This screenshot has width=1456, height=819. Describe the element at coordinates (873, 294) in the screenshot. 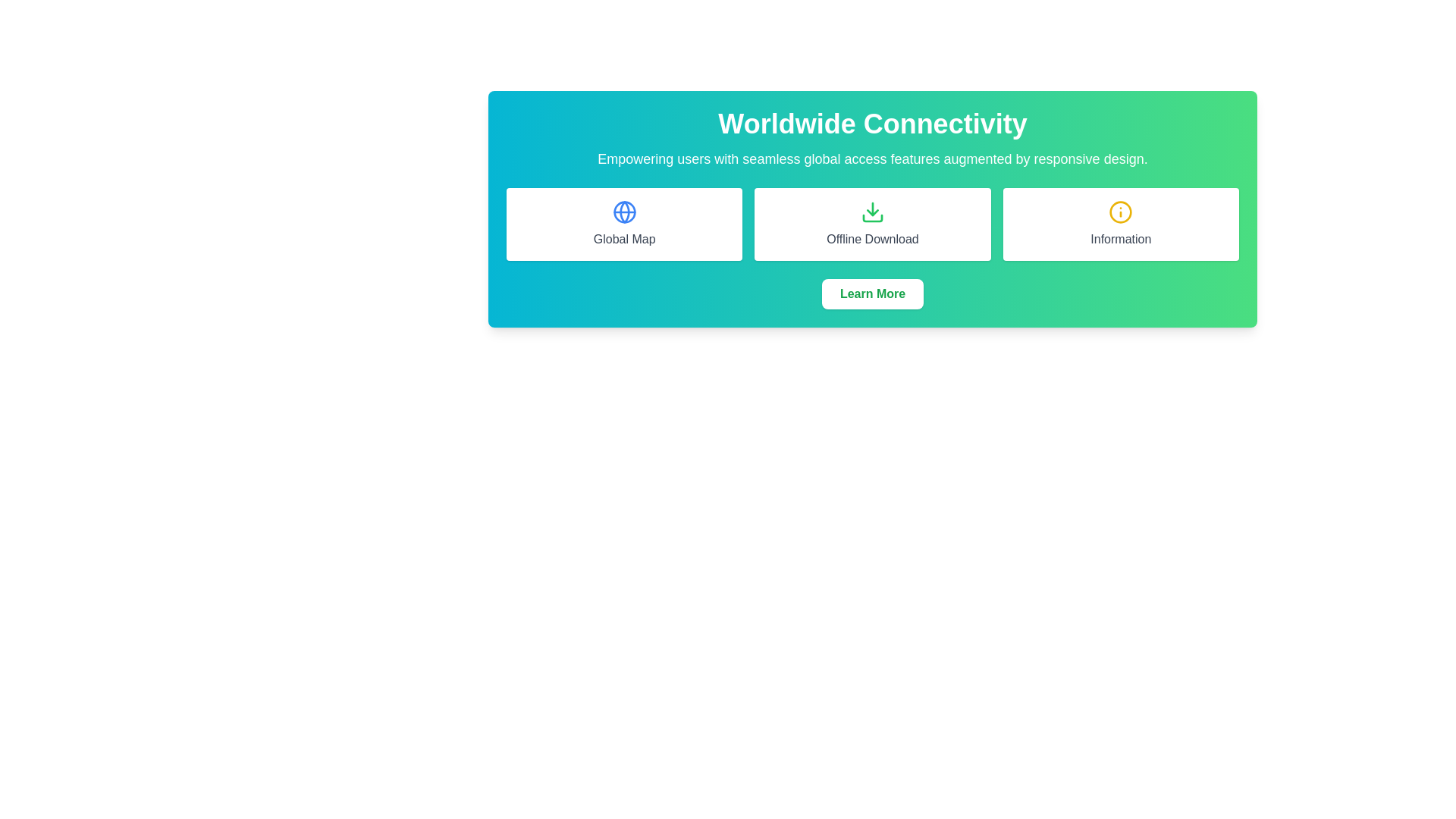

I see `the information button located at the bottom center of the card-like section` at that location.